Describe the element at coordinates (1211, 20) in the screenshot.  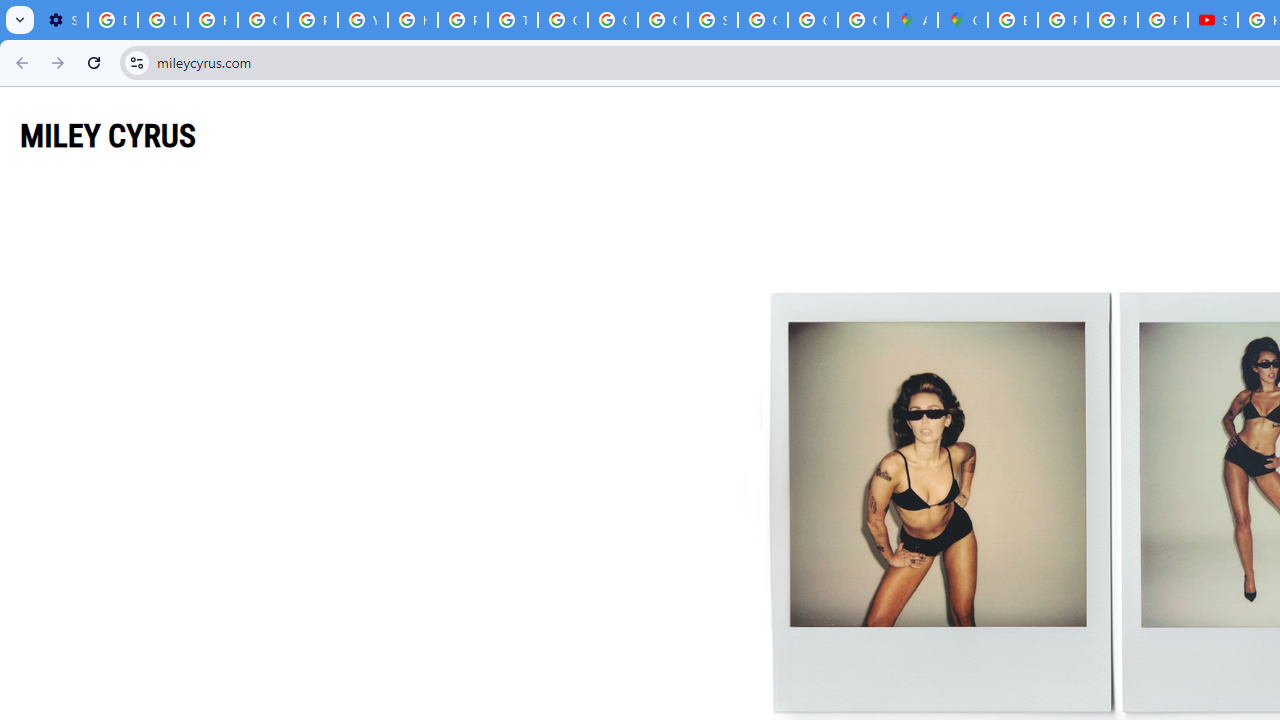
I see `'Subscriptions - YouTube'` at that location.